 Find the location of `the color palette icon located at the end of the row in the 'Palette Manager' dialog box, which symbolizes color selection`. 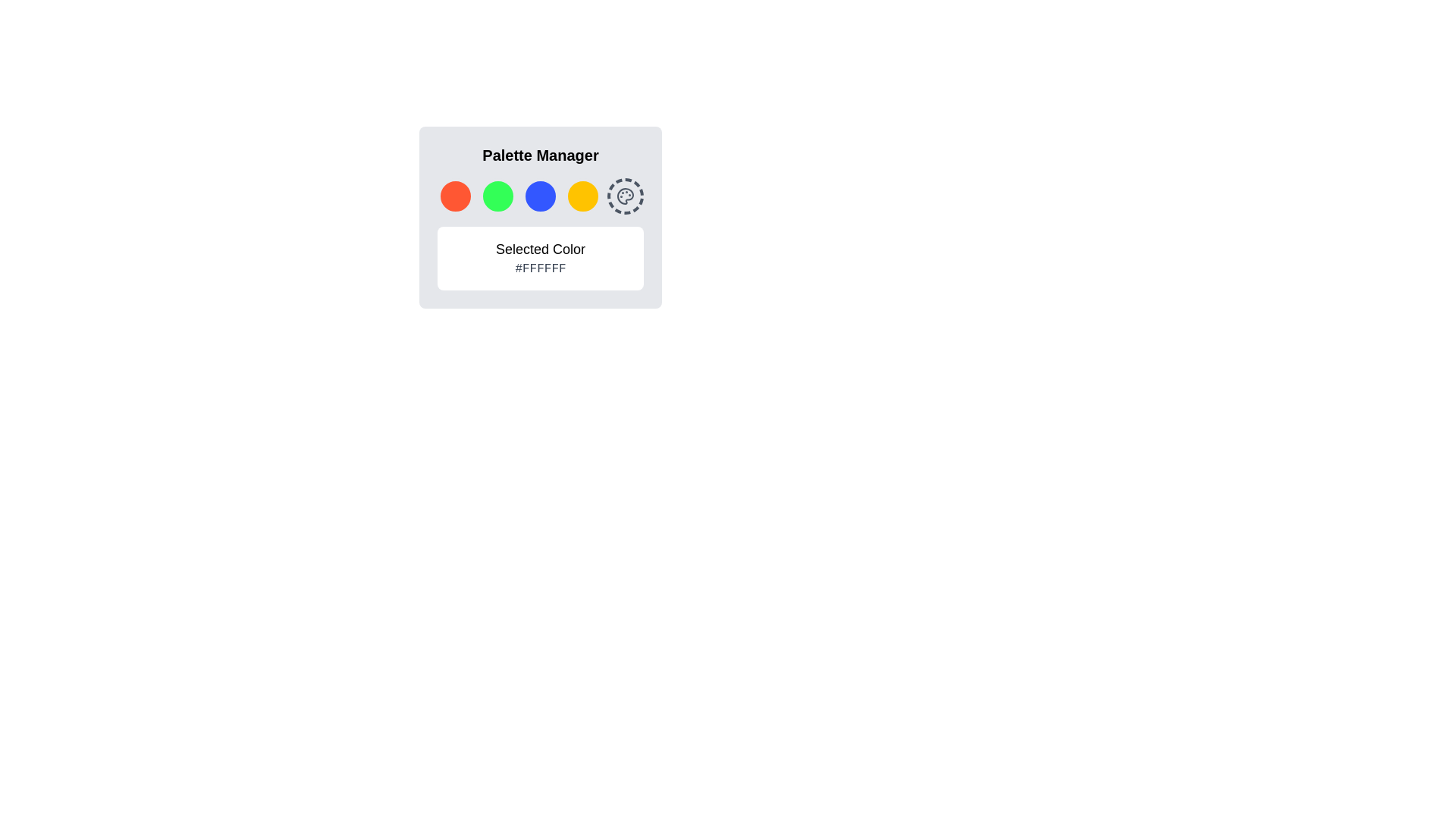

the color palette icon located at the end of the row in the 'Palette Manager' dialog box, which symbolizes color selection is located at coordinates (626, 195).